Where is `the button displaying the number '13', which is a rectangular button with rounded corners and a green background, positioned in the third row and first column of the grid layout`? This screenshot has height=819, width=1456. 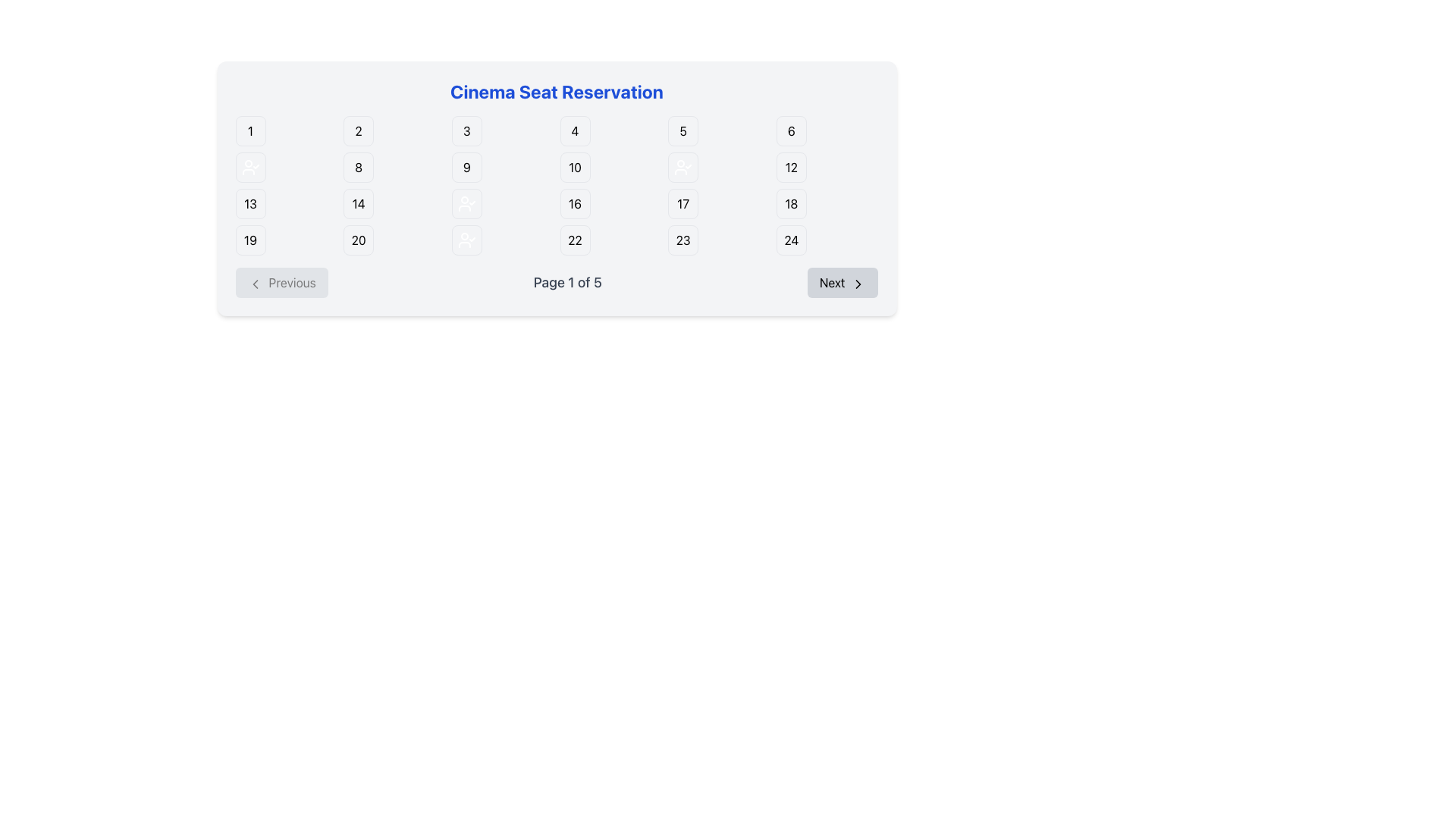 the button displaying the number '13', which is a rectangular button with rounded corners and a green background, positioned in the third row and first column of the grid layout is located at coordinates (250, 203).